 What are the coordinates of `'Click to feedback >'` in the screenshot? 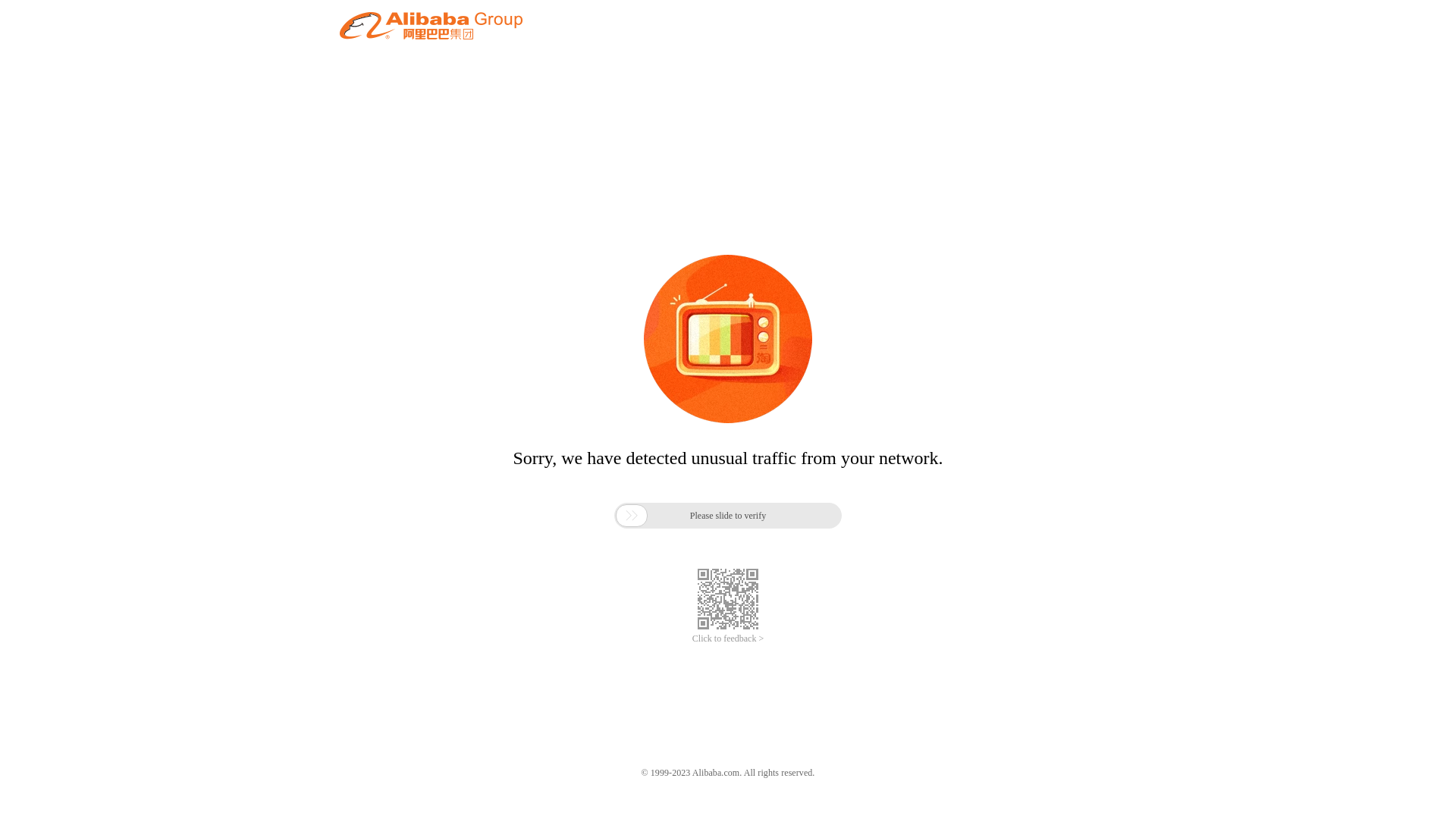 It's located at (728, 639).